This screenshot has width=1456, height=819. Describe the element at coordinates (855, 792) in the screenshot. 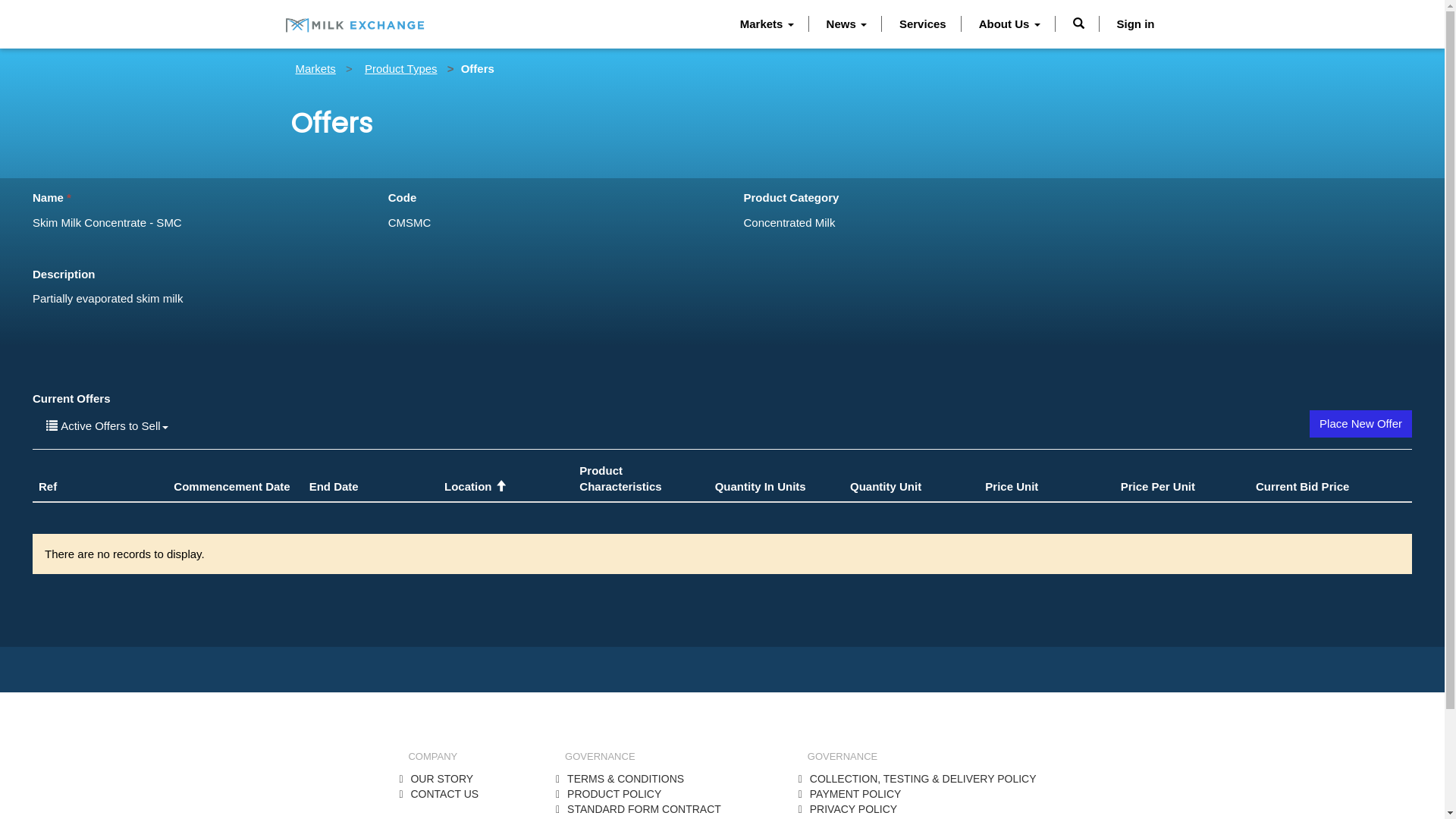

I see `'PAYMENT POLICY'` at that location.